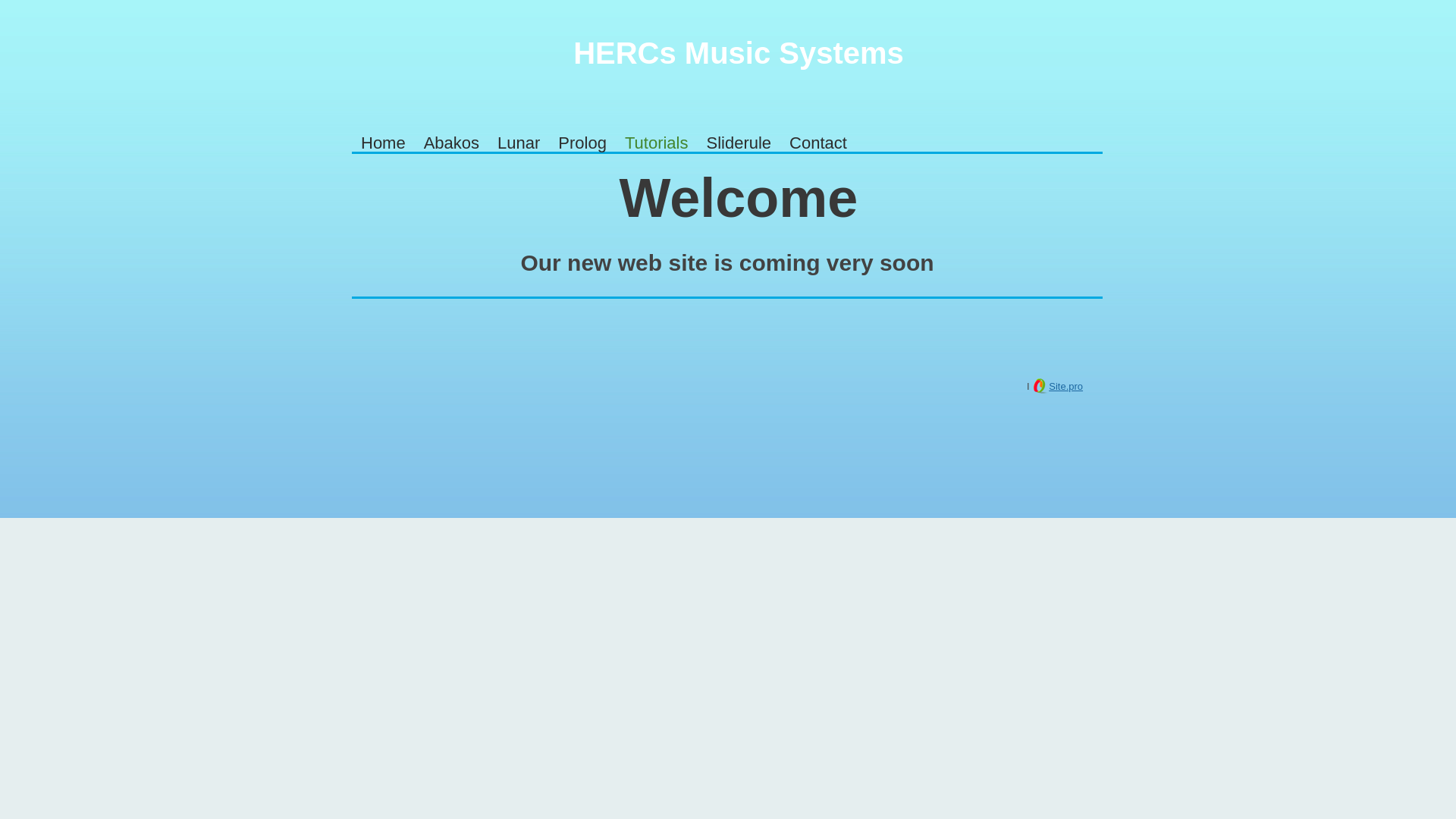 This screenshot has height=819, width=1456. Describe the element at coordinates (359, 143) in the screenshot. I see `'Home'` at that location.